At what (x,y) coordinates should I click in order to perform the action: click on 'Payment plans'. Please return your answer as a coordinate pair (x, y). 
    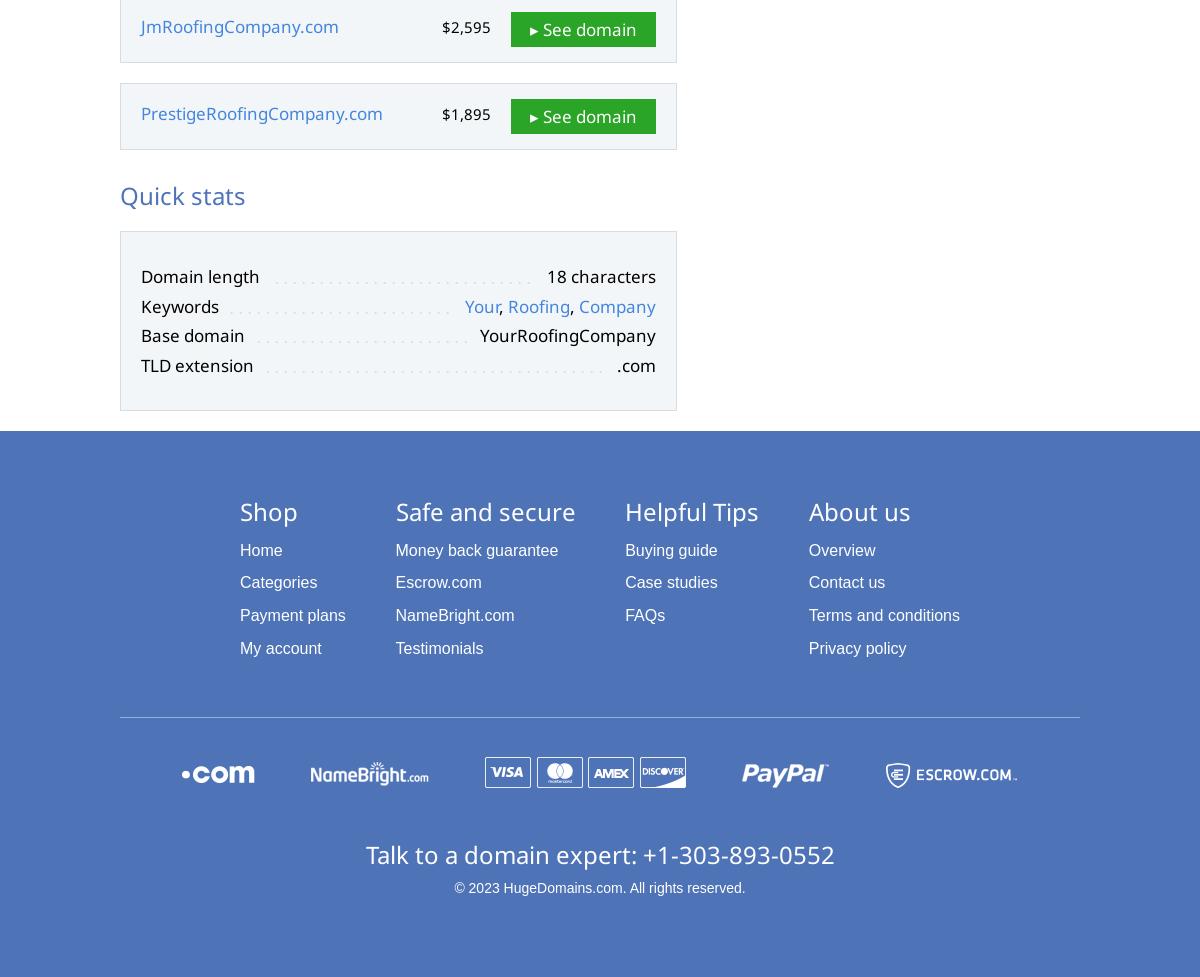
    Looking at the image, I should click on (239, 614).